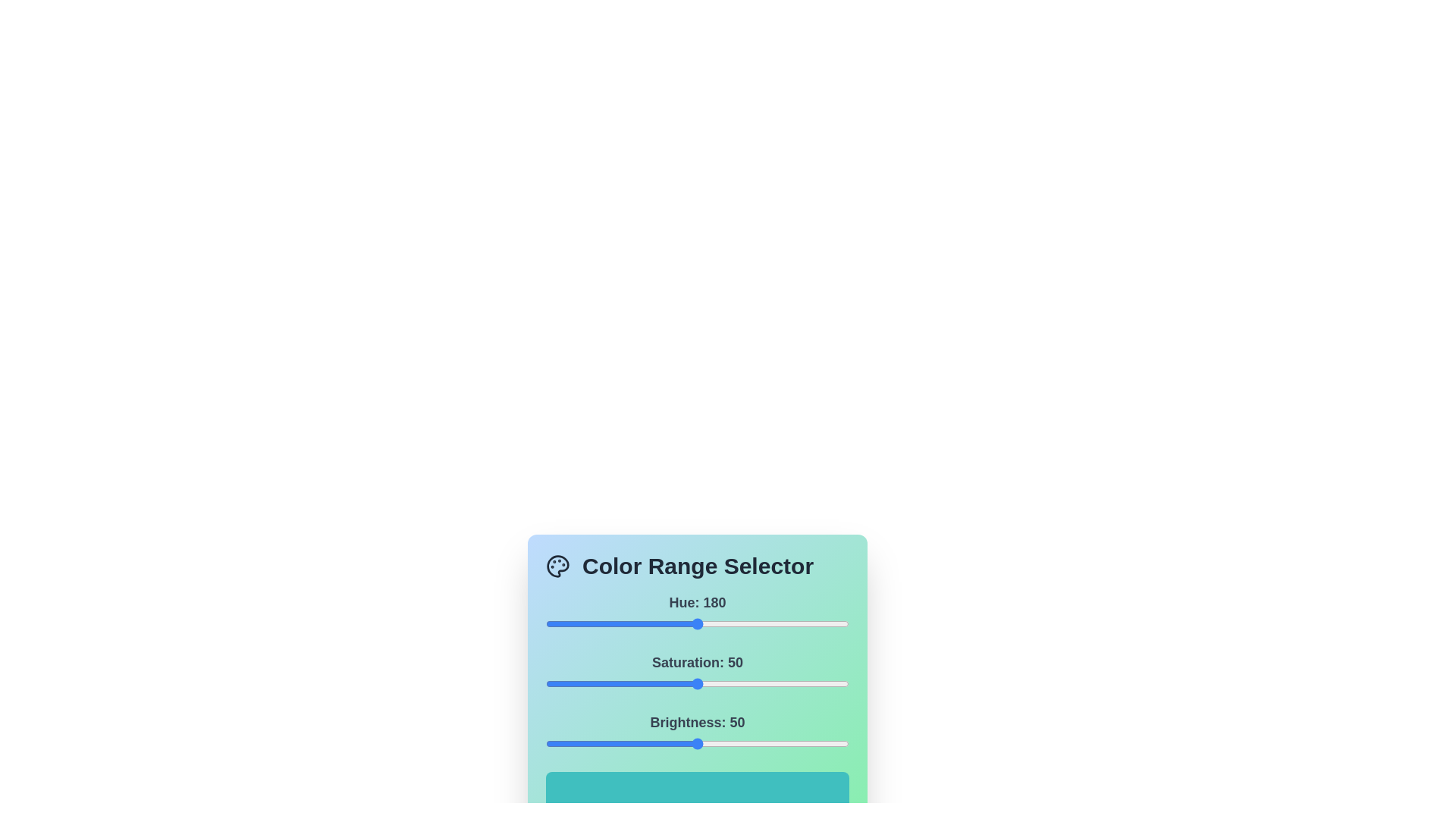 The width and height of the screenshot is (1456, 819). I want to click on the 1 slider to 43, so click(676, 684).